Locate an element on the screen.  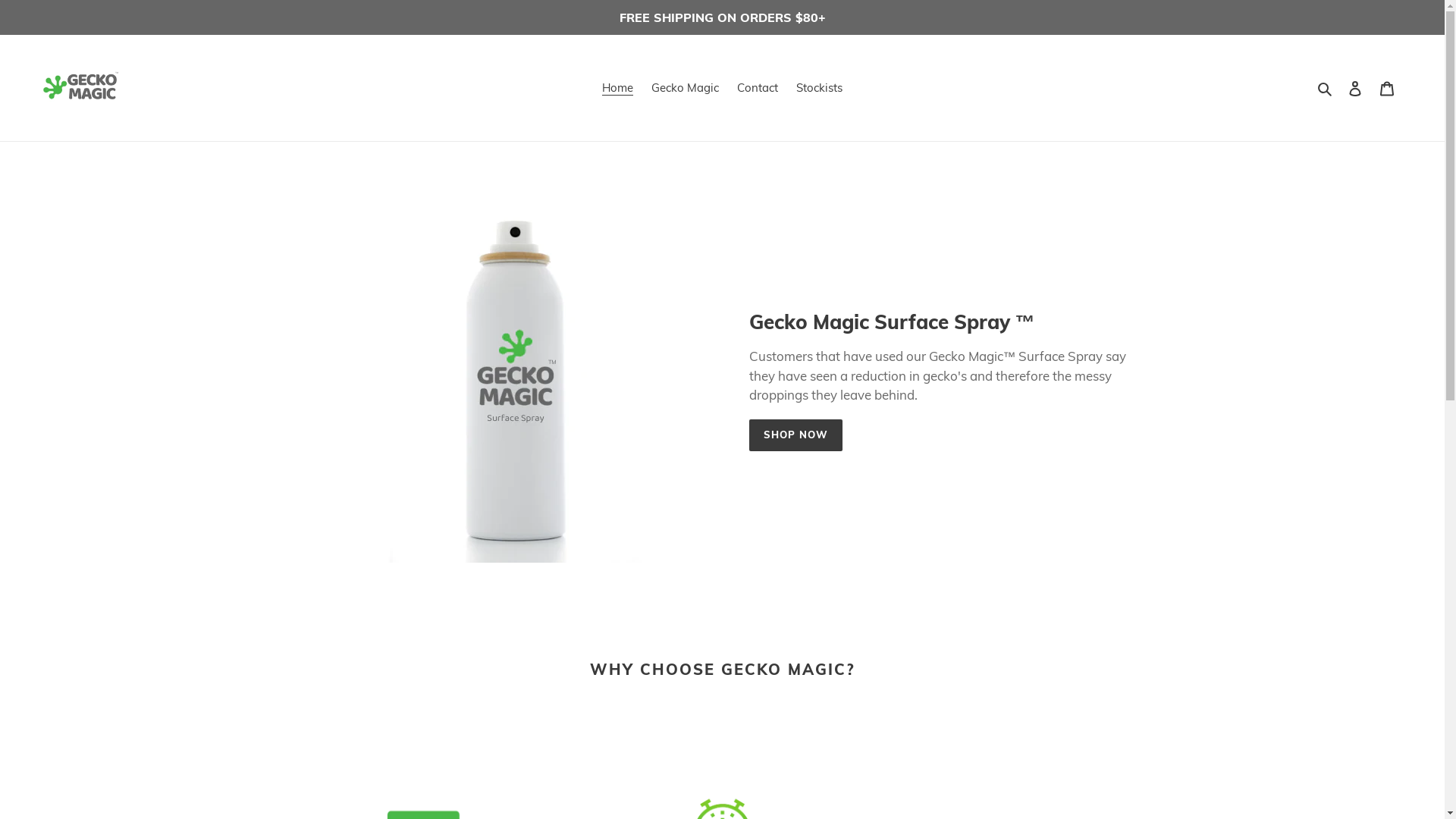
'Stockists' is located at coordinates (818, 88).